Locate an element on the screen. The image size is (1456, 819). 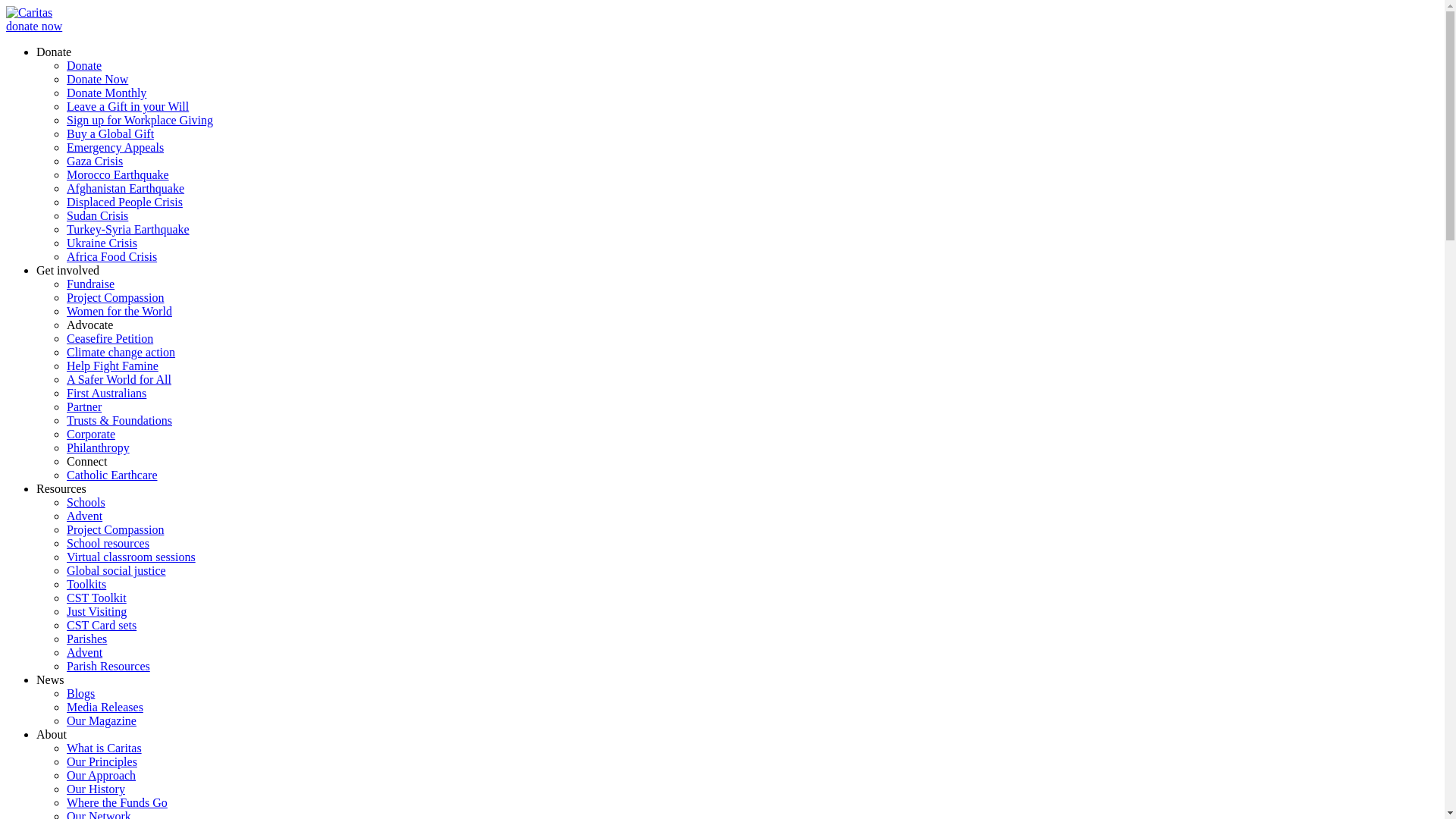
'Our Approach' is located at coordinates (100, 775).